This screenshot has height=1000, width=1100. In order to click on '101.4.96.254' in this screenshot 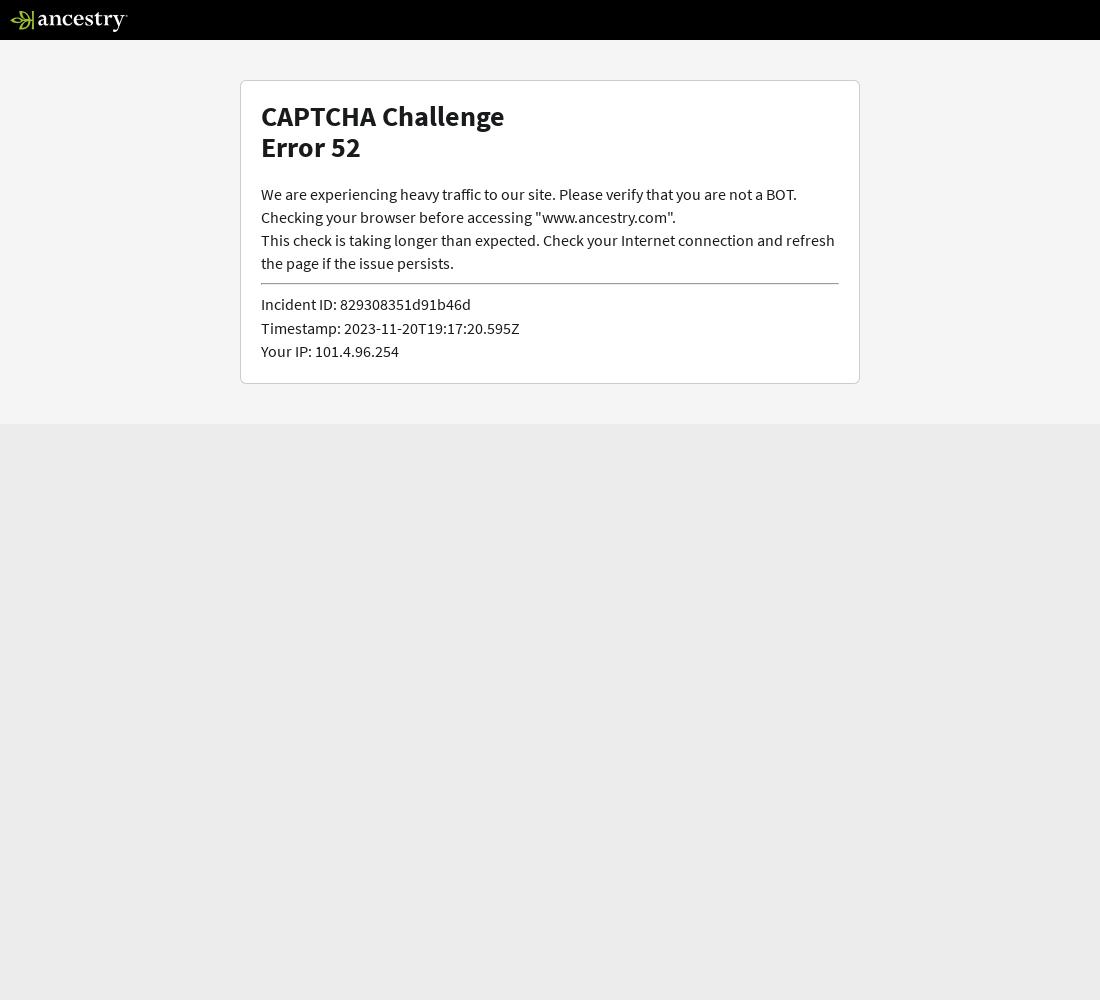, I will do `click(356, 349)`.